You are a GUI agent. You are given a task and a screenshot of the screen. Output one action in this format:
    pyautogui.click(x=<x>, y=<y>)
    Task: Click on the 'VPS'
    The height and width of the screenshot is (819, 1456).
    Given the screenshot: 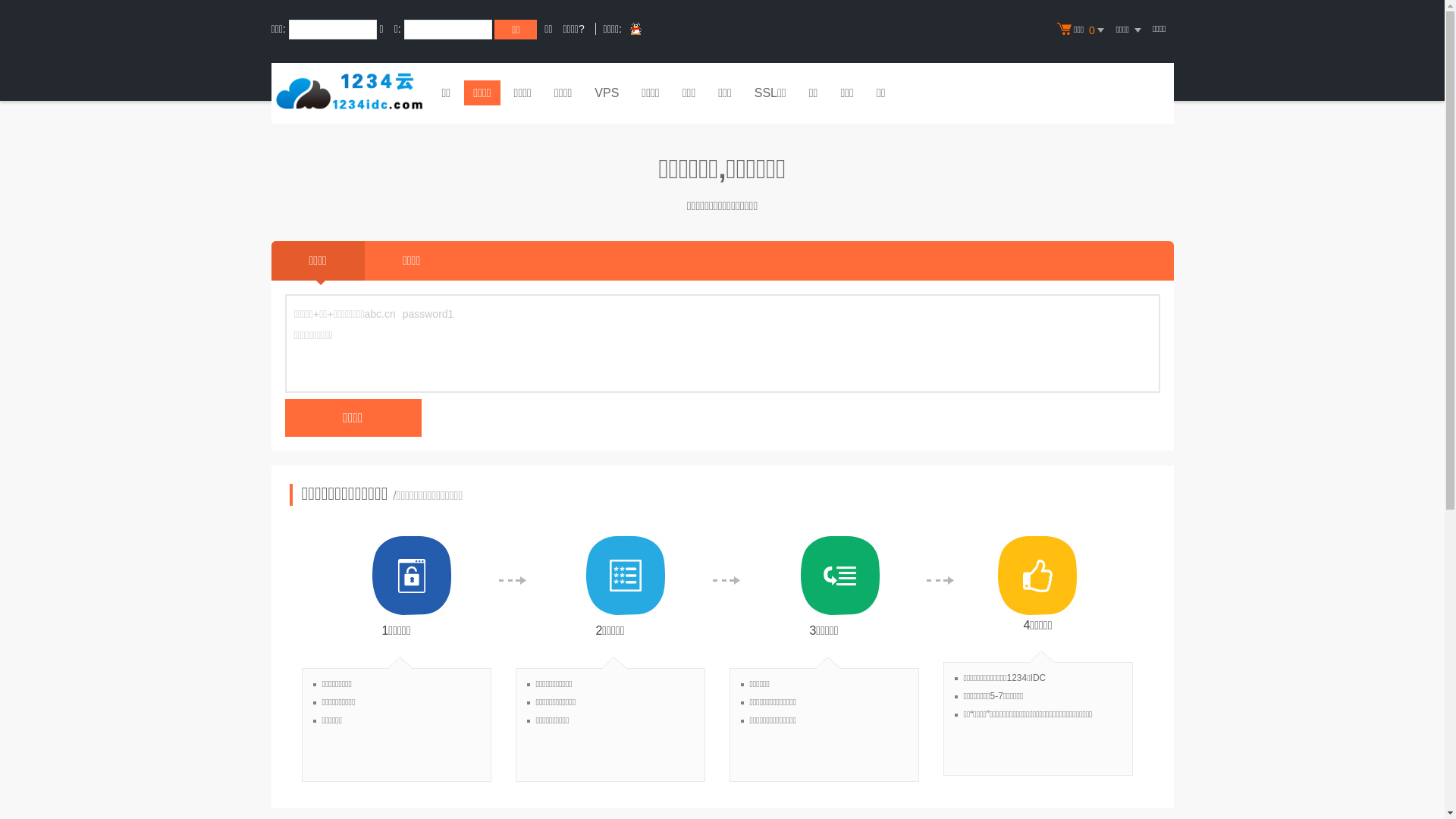 What is the action you would take?
    pyautogui.click(x=585, y=94)
    